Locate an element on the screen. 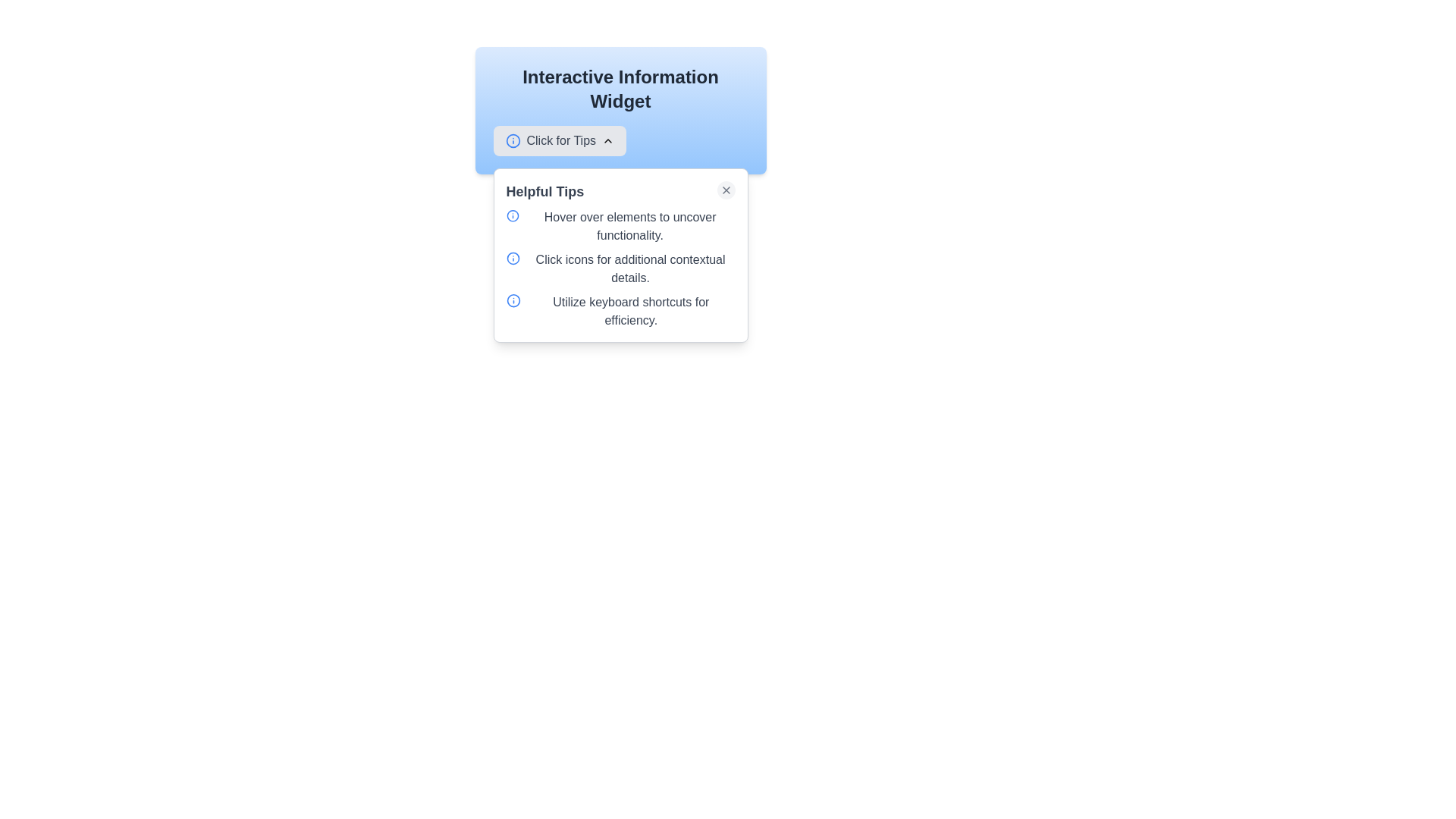  the central circular component of the icon located in the upper section of the 'Helpful Tips' card interface, near the title 'Click for Tips' is located at coordinates (513, 140).